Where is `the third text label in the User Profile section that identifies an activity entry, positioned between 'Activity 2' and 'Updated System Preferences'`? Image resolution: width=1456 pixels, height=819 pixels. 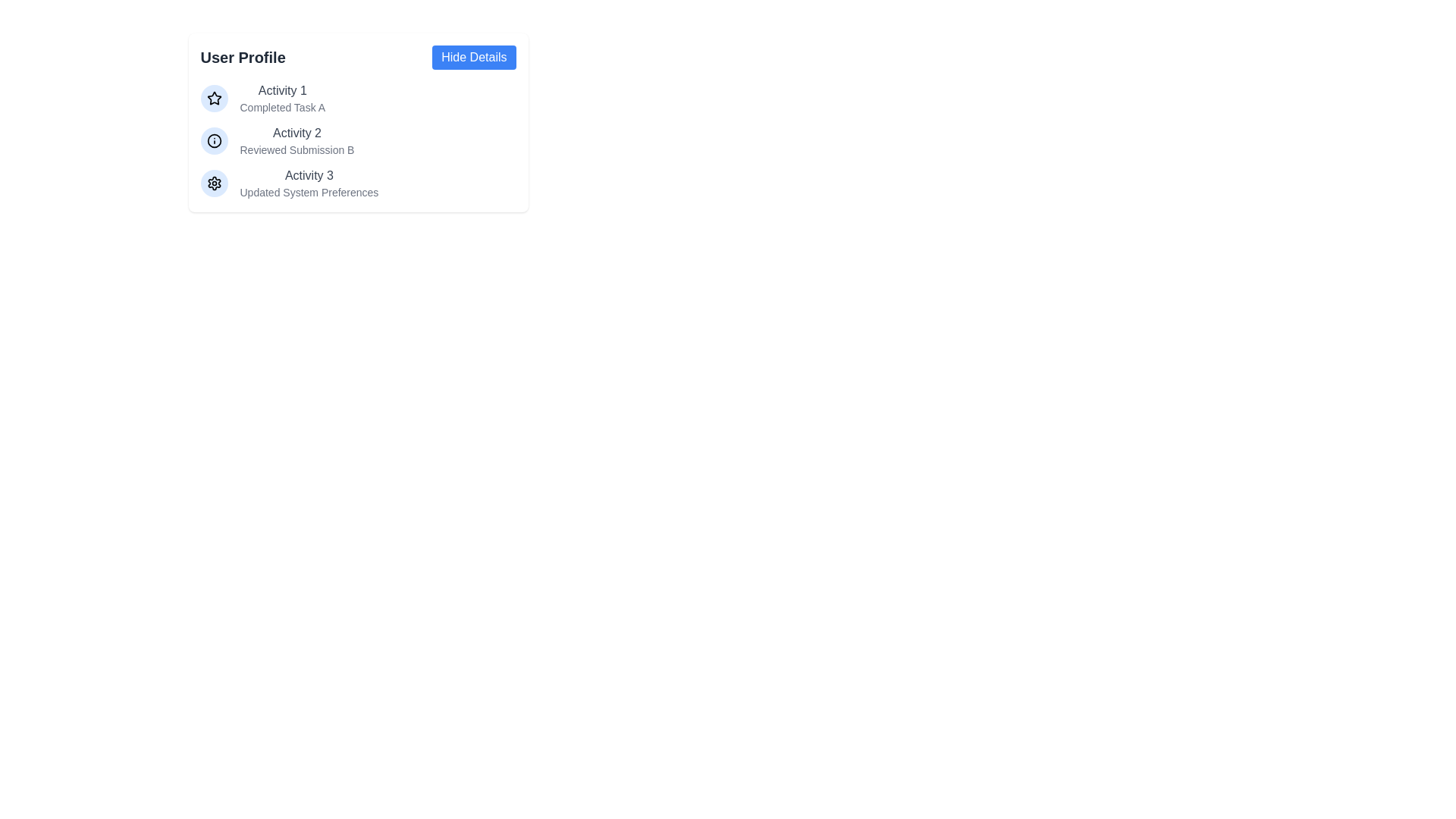 the third text label in the User Profile section that identifies an activity entry, positioned between 'Activity 2' and 'Updated System Preferences' is located at coordinates (309, 174).